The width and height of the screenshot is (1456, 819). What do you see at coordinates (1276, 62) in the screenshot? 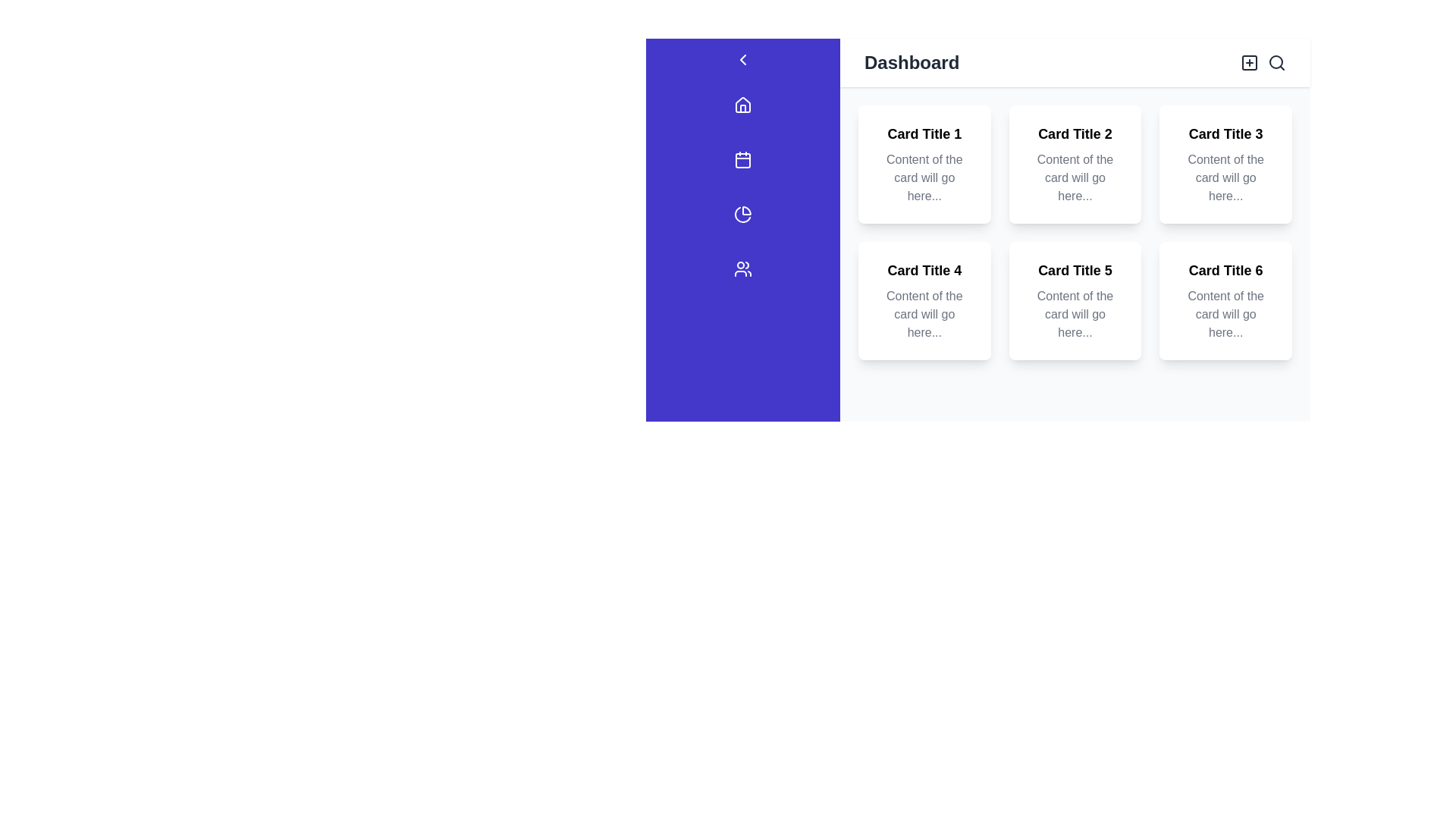
I see `the interactive magnifying glass icon in the top-right corner of the interface to initiate a search` at bounding box center [1276, 62].